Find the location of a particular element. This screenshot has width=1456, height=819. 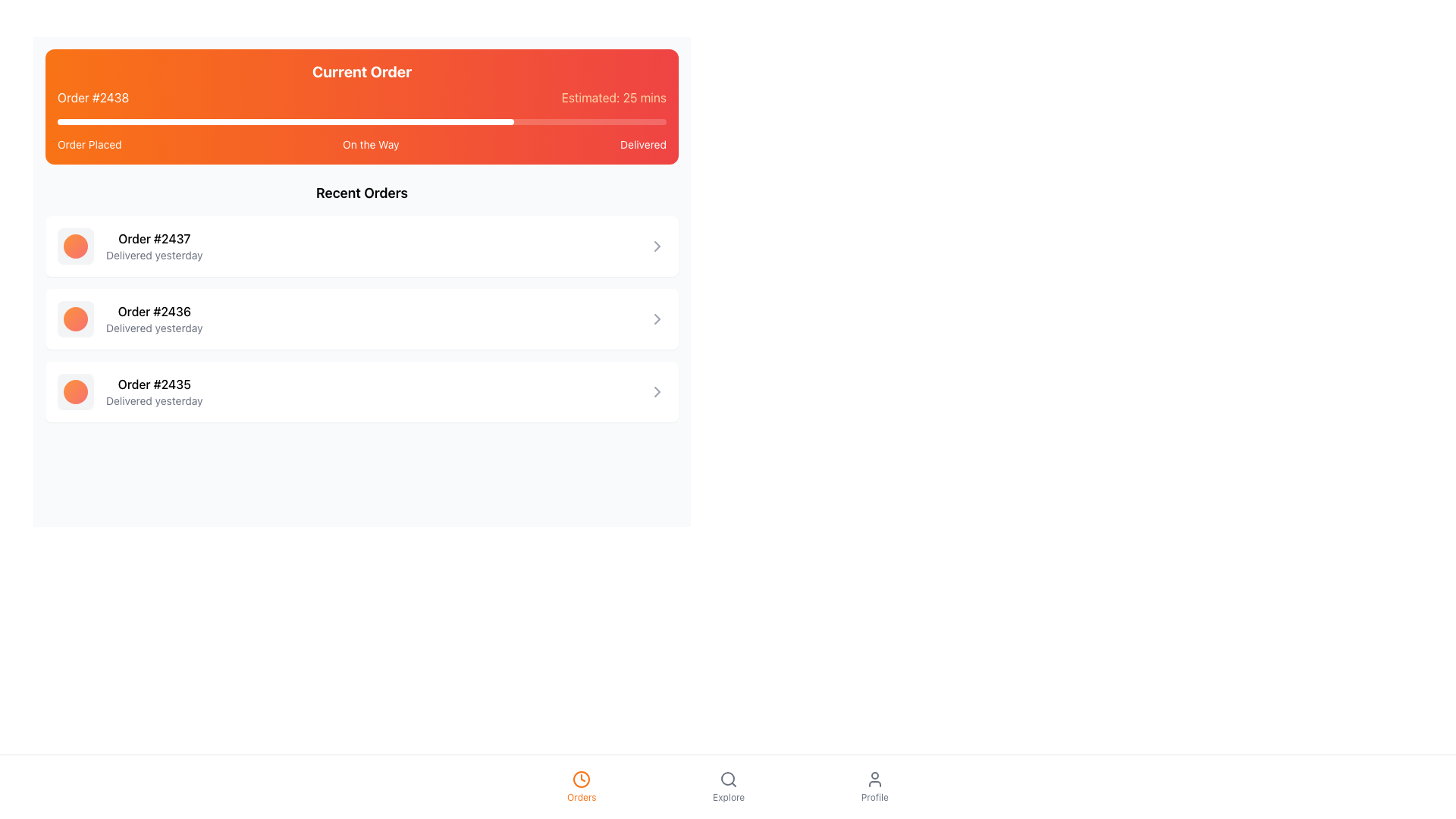

the text in the Text display area that shows 'Order #2436' and 'Delivered yesterday' for copying is located at coordinates (154, 318).